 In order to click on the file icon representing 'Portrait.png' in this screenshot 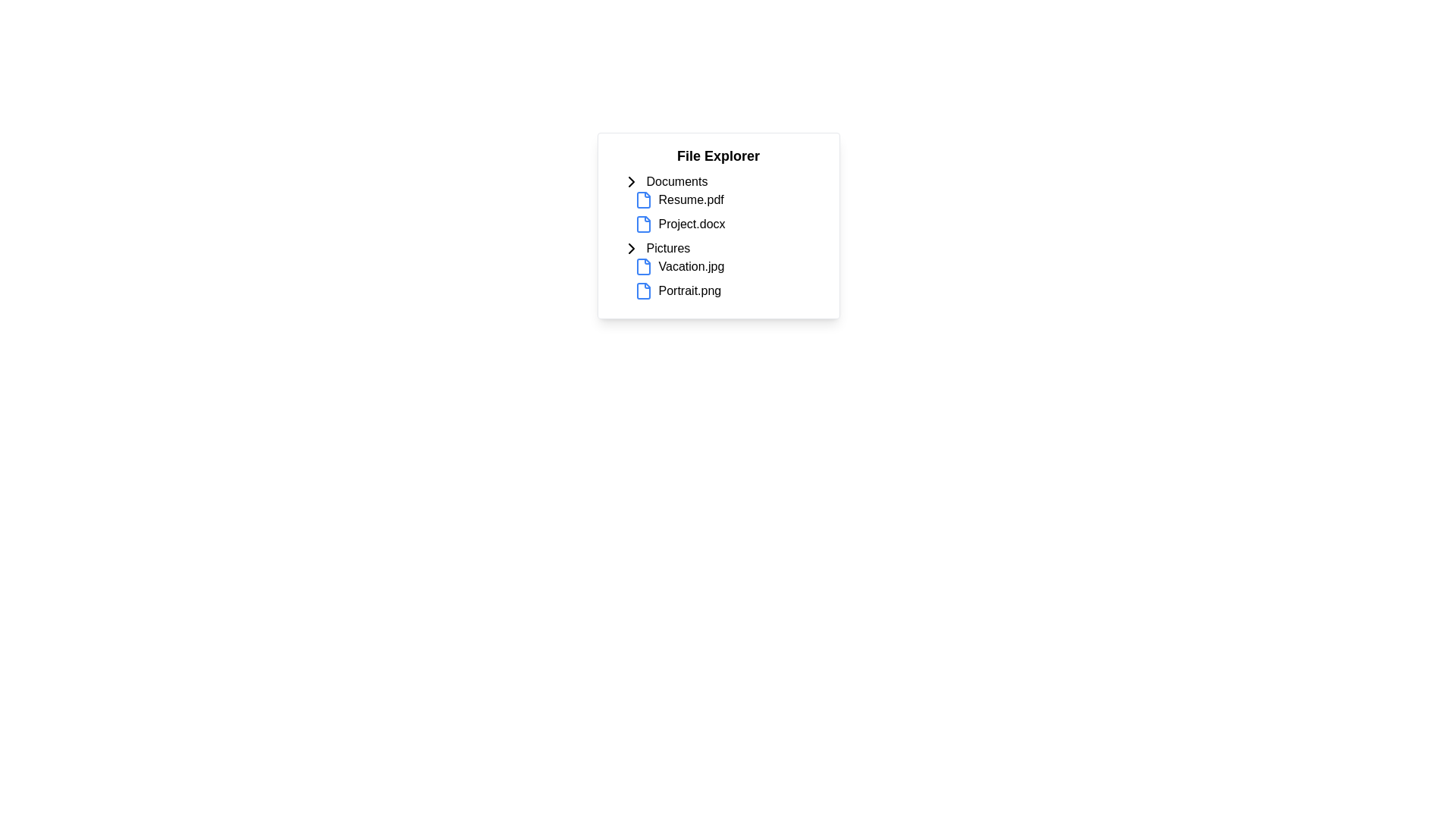, I will do `click(643, 291)`.